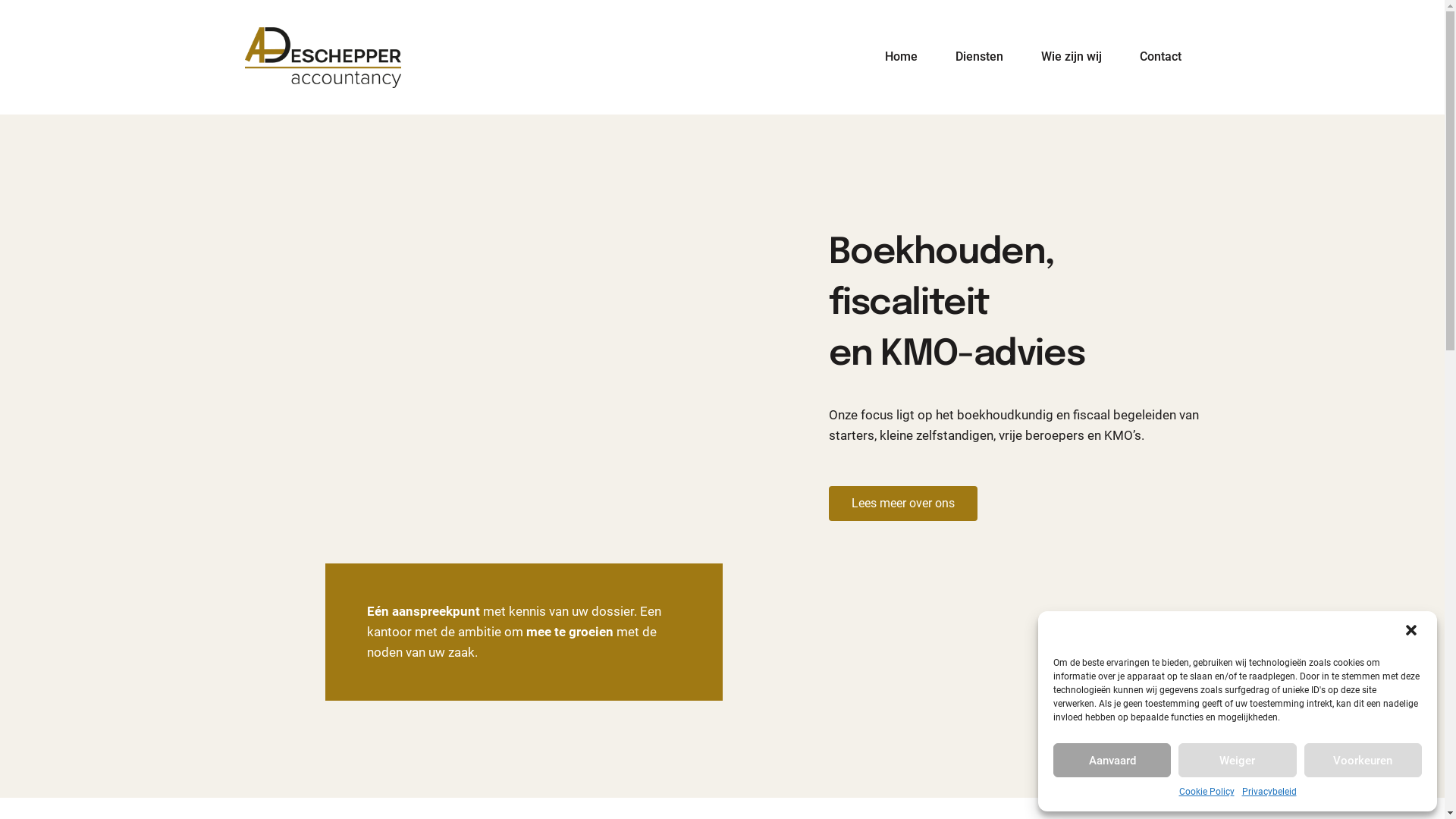 The width and height of the screenshot is (1456, 819). I want to click on 'Aanvaard', so click(1052, 760).